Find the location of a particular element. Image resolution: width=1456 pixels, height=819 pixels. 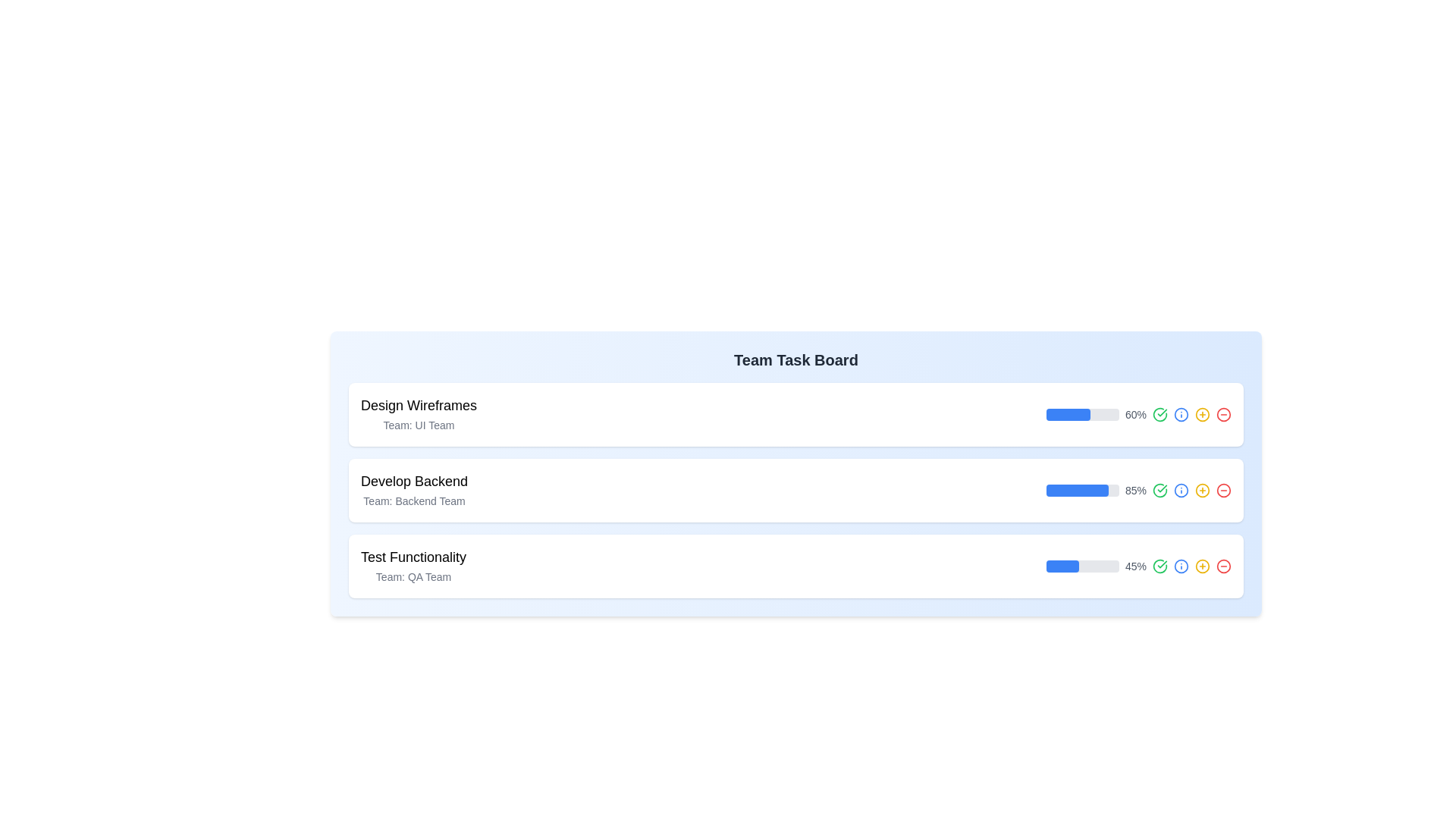

the fifth icon button in the horizontal row of status icons for the 'Design Wireframes' task is located at coordinates (1223, 415).